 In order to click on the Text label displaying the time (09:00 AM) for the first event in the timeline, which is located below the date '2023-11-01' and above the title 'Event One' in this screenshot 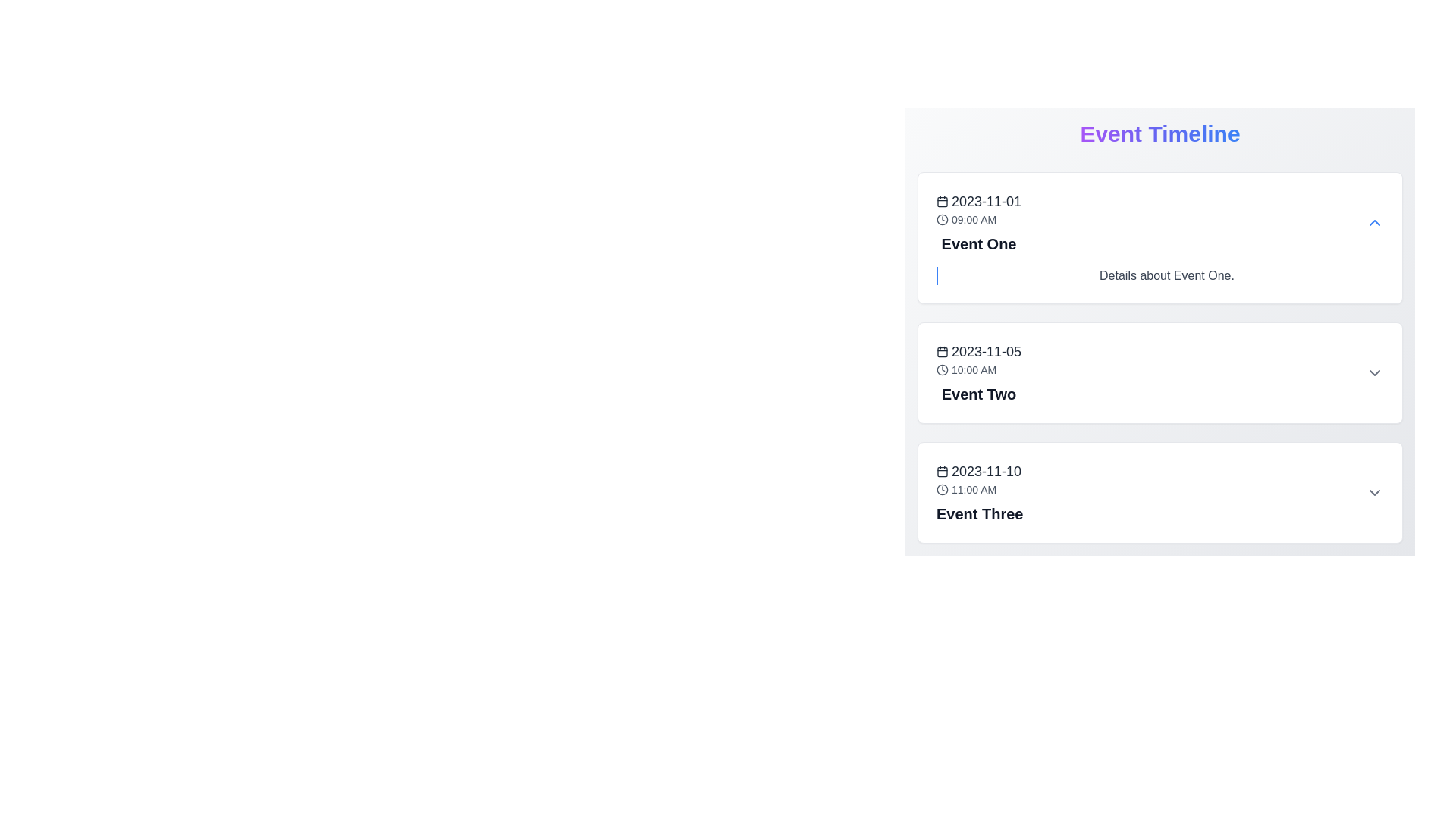, I will do `click(979, 219)`.